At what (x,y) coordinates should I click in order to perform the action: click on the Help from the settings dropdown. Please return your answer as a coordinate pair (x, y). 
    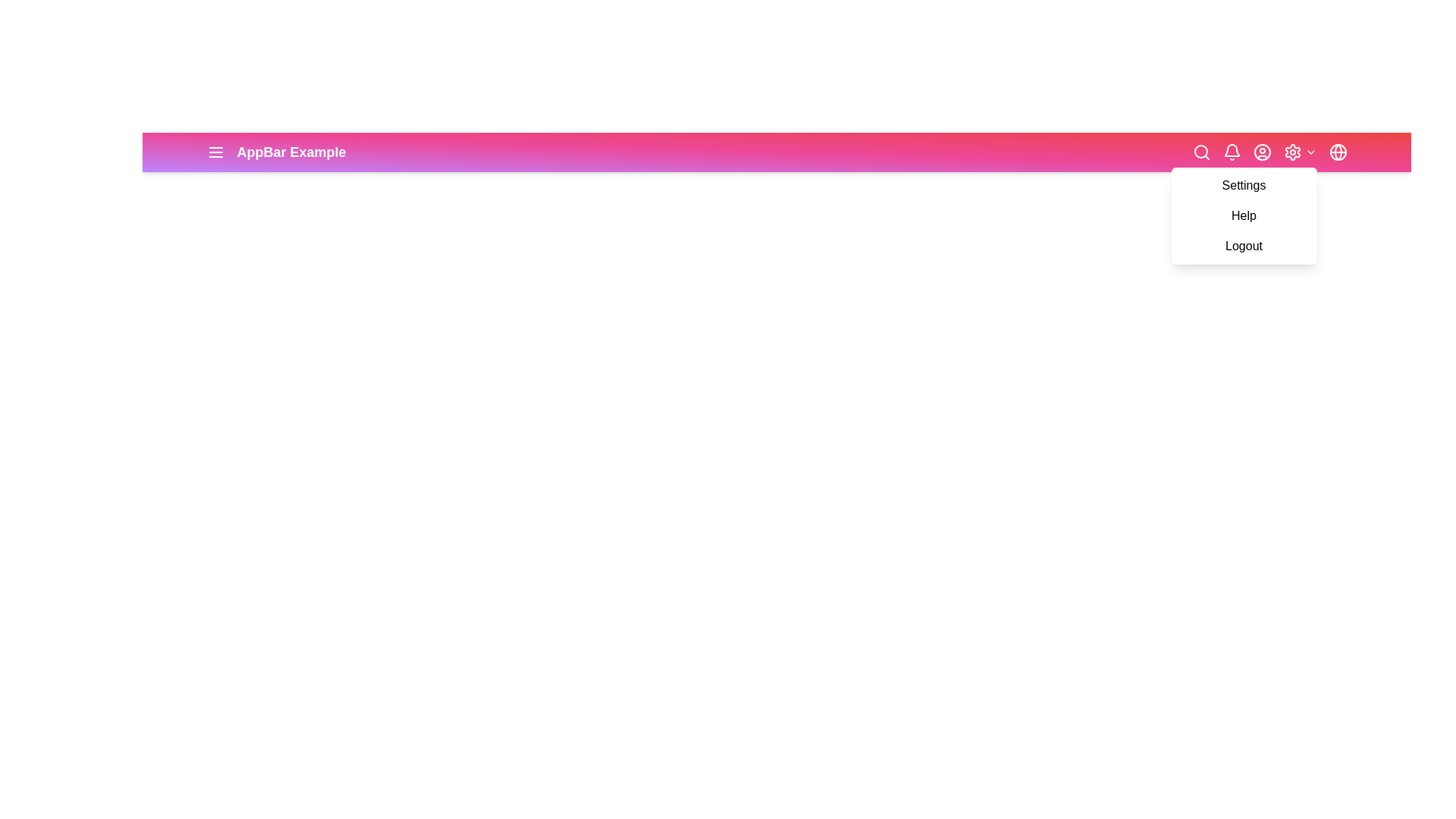
    Looking at the image, I should click on (1244, 216).